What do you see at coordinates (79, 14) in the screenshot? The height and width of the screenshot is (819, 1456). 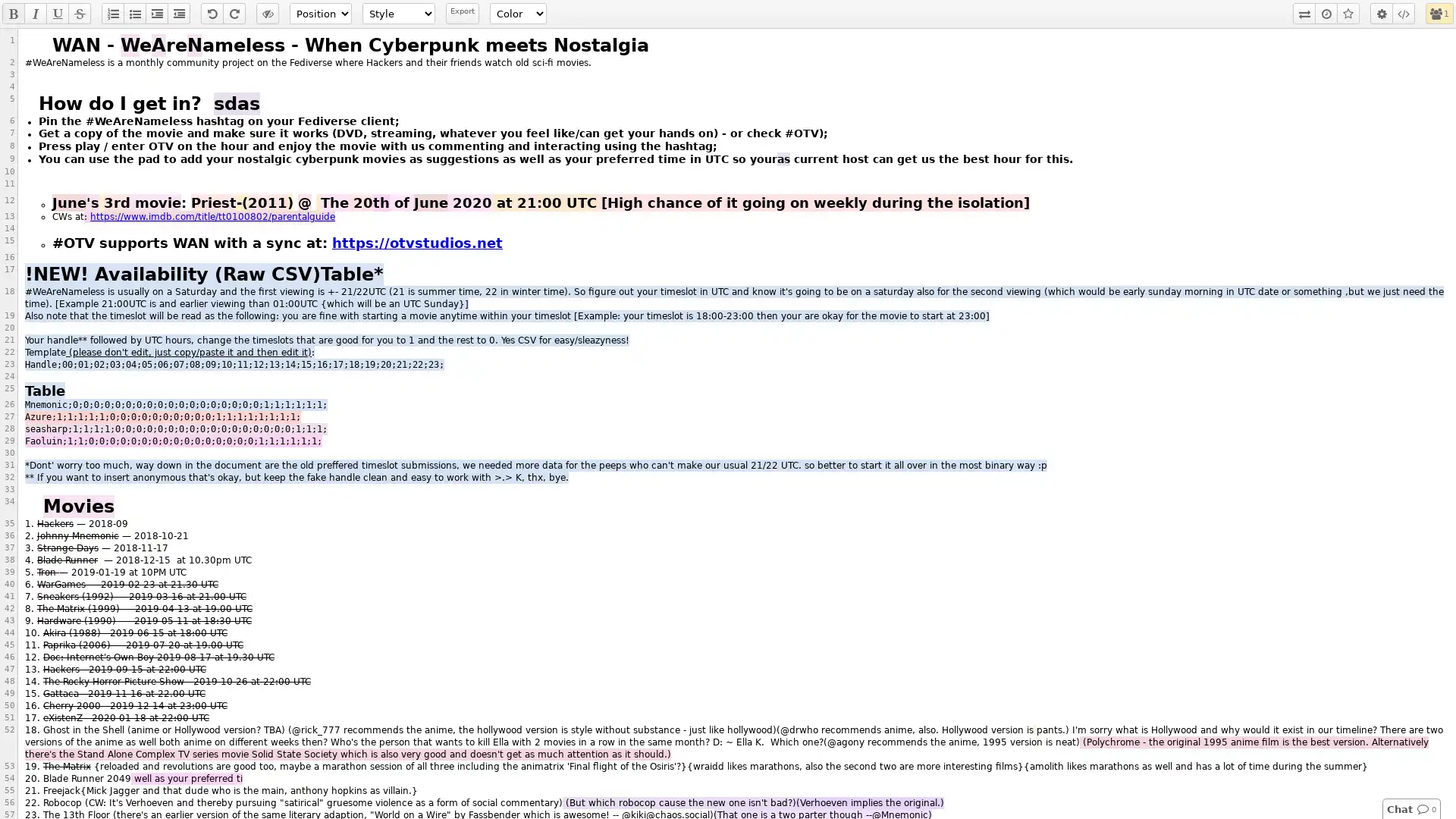 I see `Strikethrough (Ctrl+5)` at bounding box center [79, 14].